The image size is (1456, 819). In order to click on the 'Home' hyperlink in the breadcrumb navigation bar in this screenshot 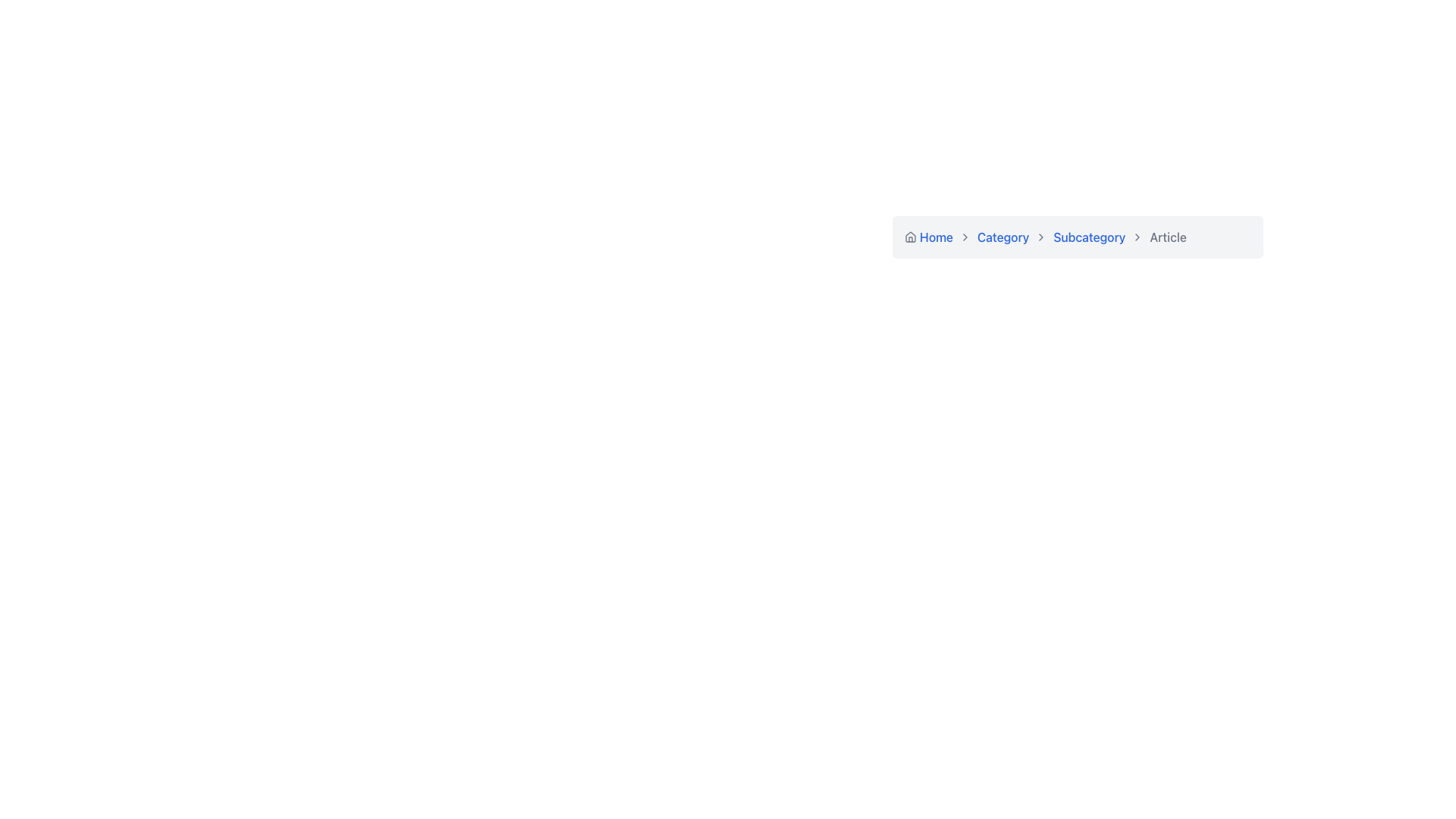, I will do `click(927, 237)`.